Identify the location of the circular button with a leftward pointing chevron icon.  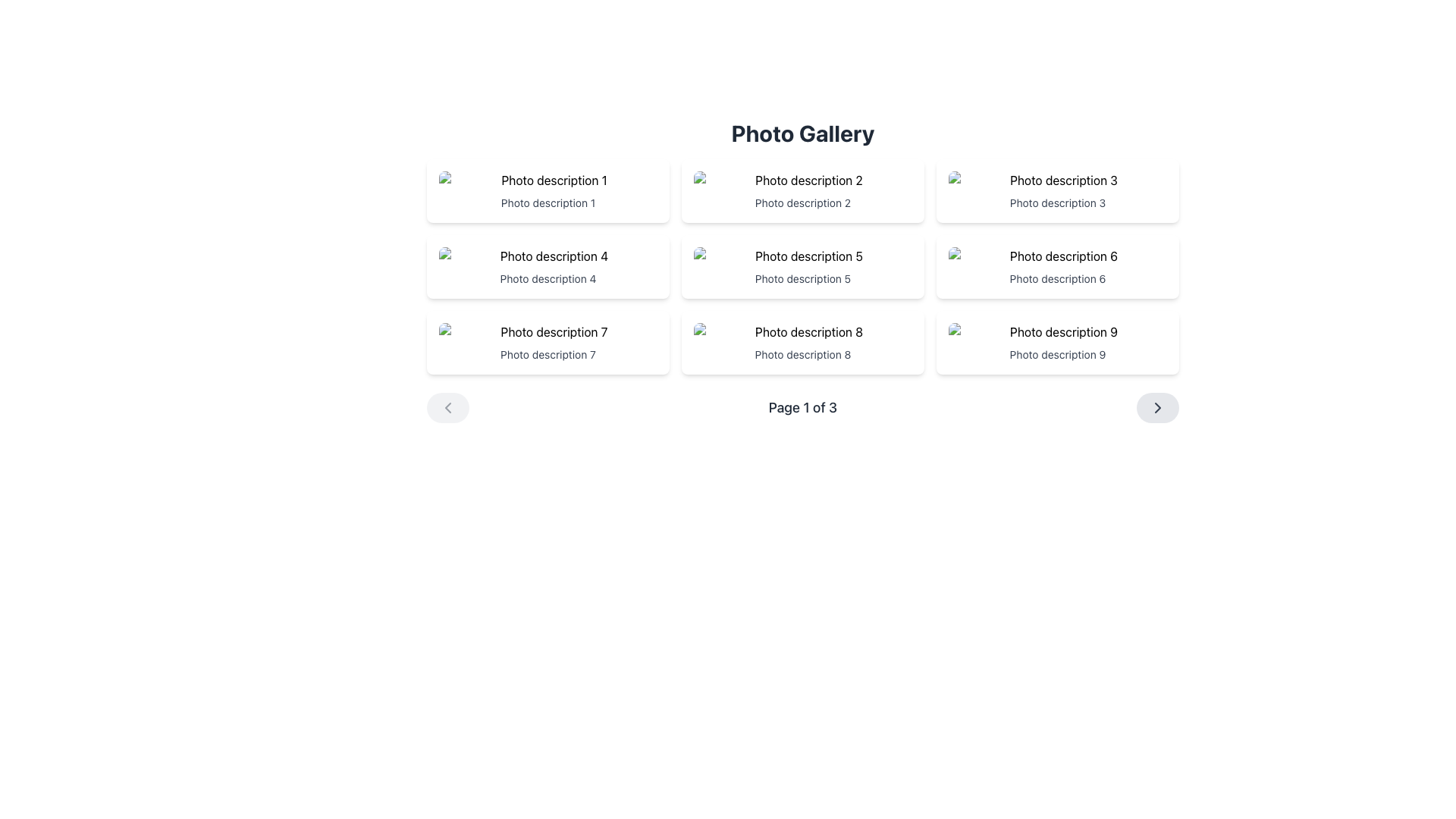
(447, 406).